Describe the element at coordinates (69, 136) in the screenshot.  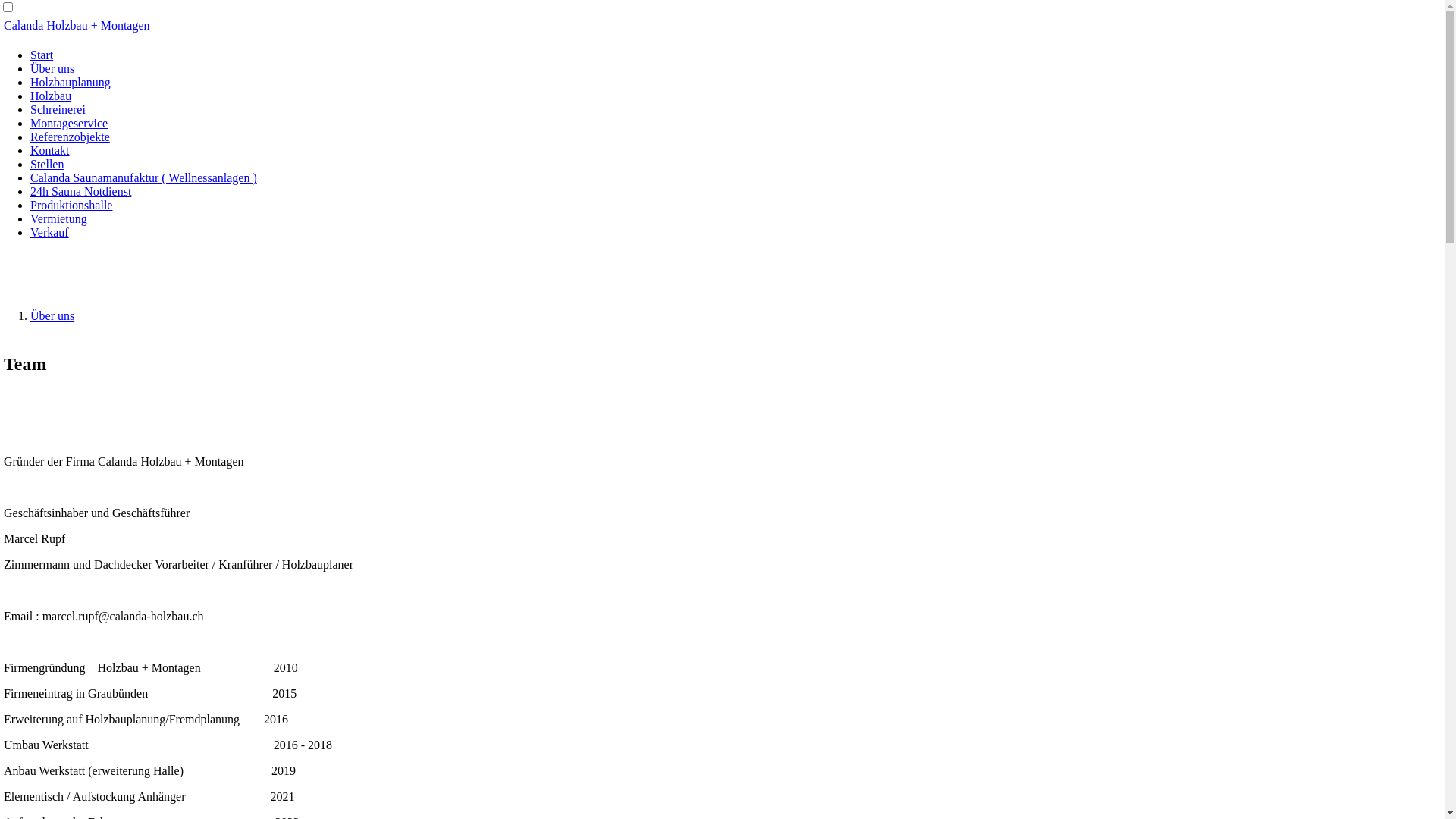
I see `'Referenzobjekte'` at that location.